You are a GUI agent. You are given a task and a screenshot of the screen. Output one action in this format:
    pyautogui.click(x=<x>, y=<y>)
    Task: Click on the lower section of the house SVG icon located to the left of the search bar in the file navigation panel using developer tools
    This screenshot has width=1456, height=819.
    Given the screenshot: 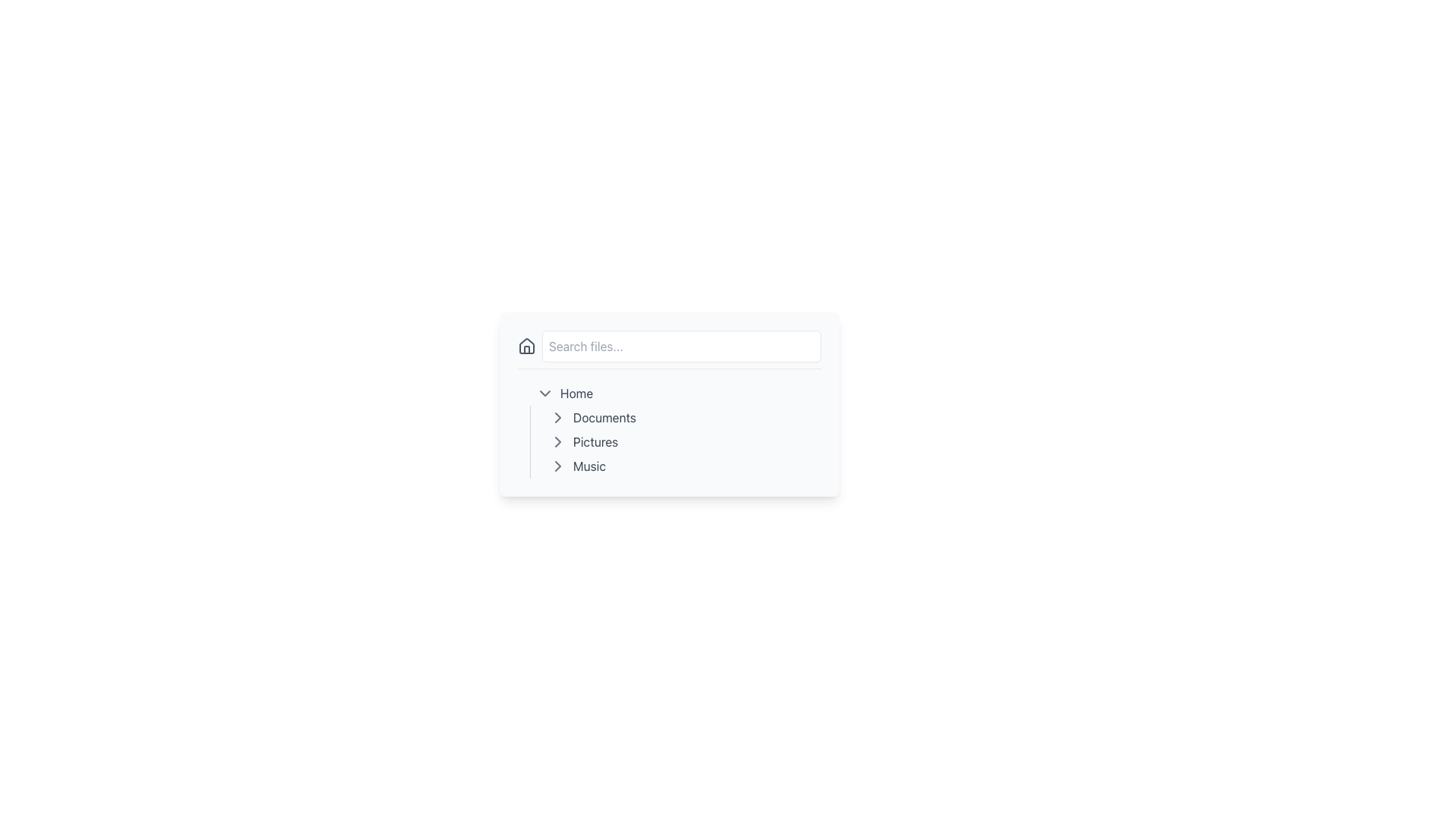 What is the action you would take?
    pyautogui.click(x=527, y=350)
    